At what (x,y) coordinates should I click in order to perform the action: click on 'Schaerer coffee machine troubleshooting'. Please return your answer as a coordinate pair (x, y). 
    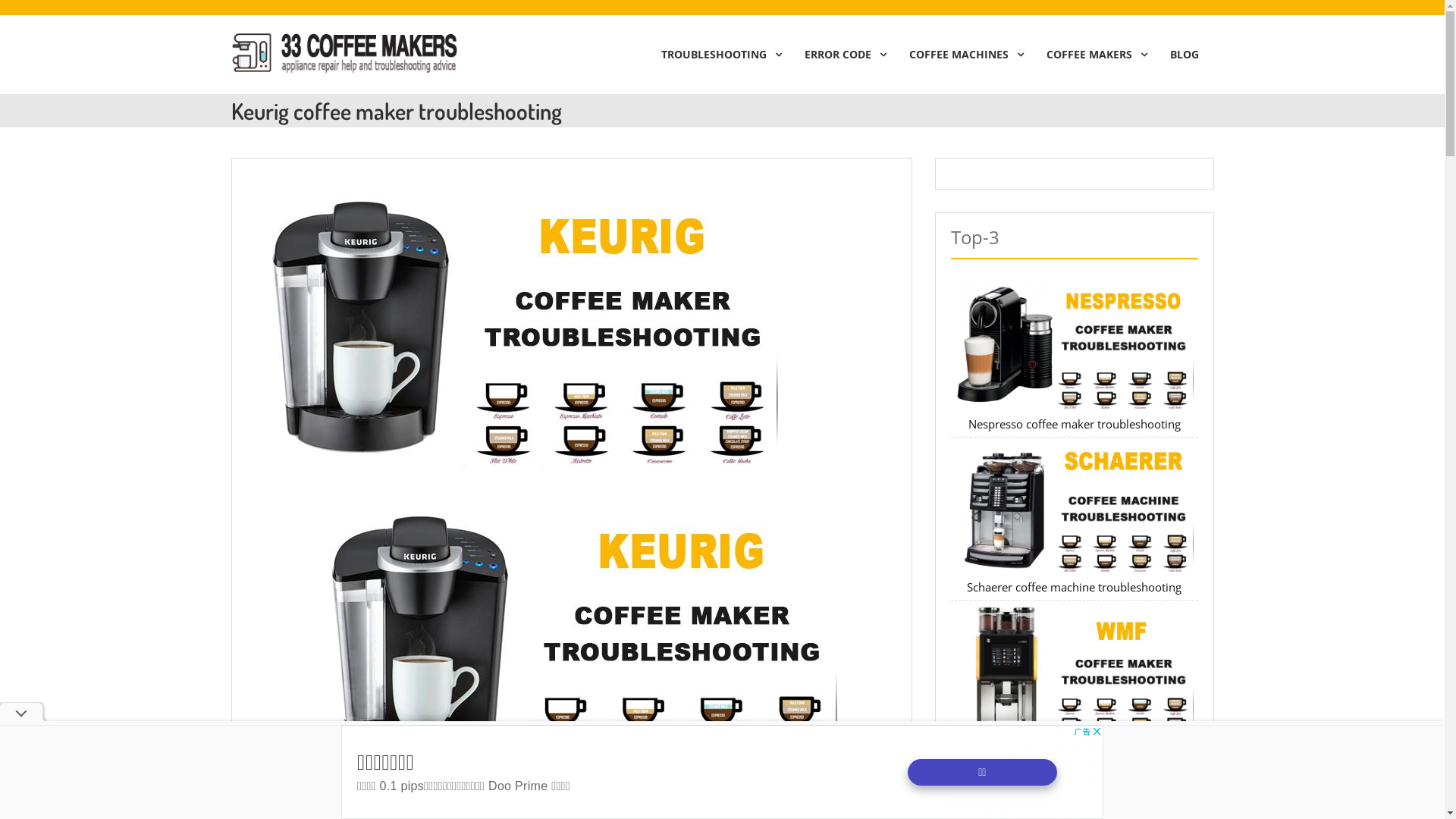
    Looking at the image, I should click on (1073, 586).